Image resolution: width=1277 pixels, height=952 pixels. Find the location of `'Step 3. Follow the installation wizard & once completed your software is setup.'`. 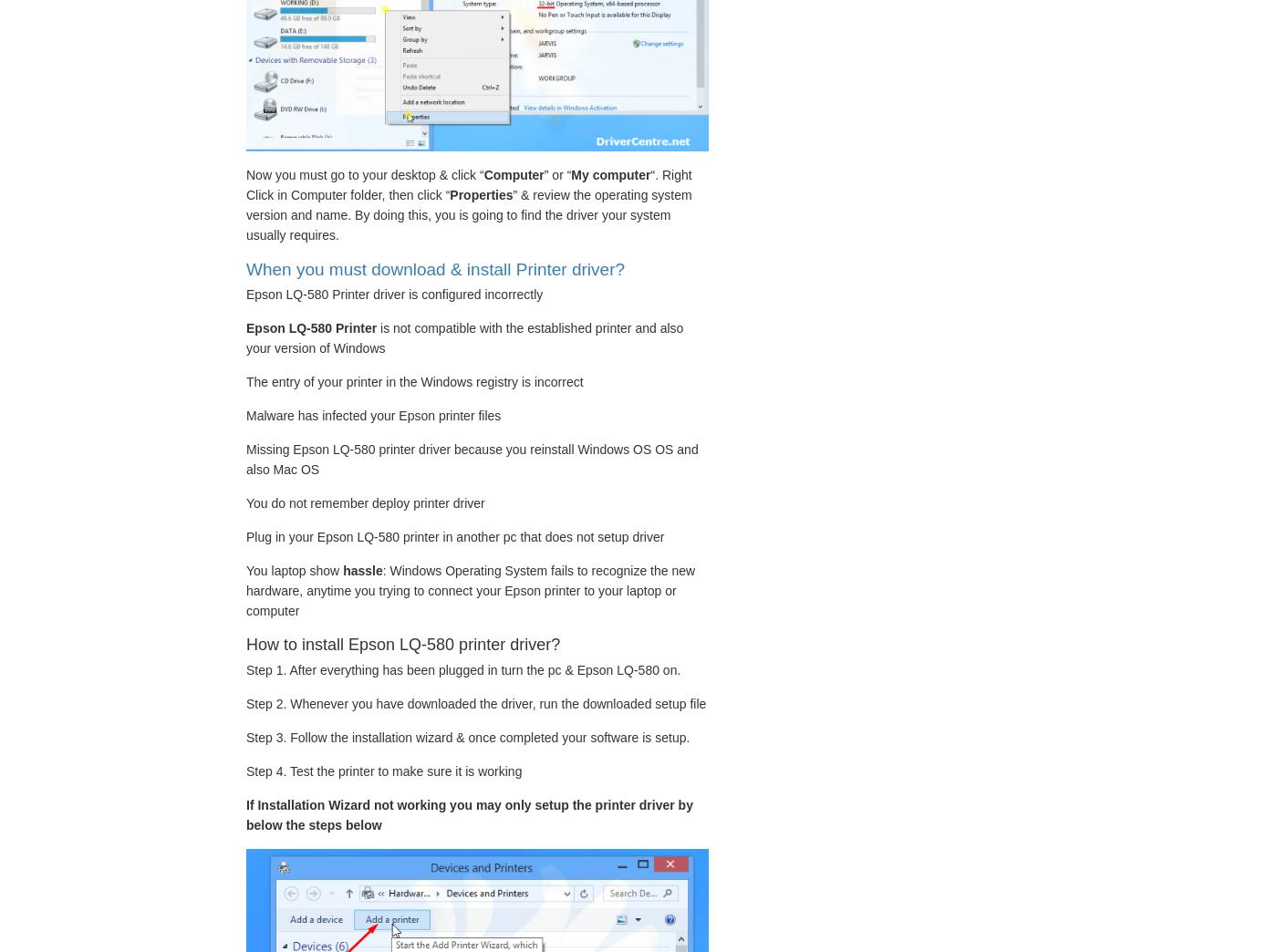

'Step 3. Follow the installation wizard & once completed your software is setup.' is located at coordinates (246, 735).